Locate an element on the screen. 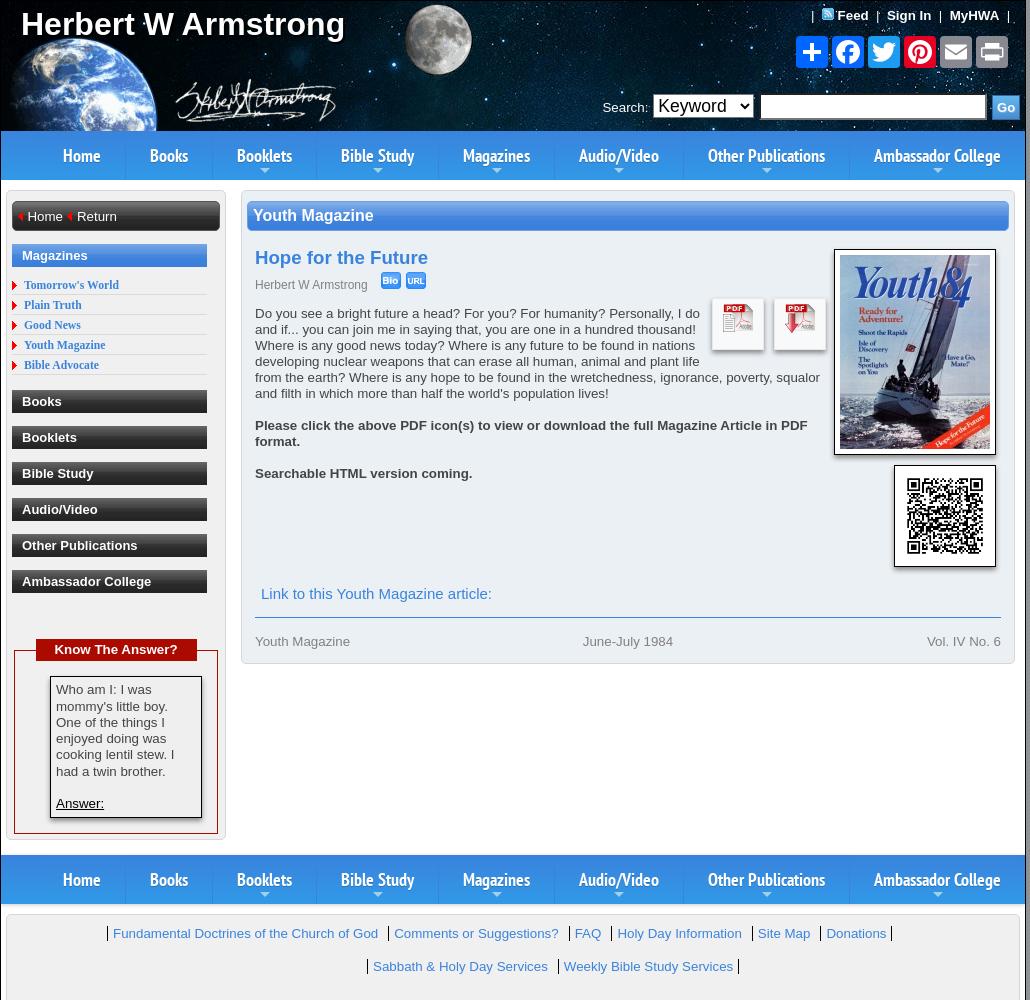  'Ordained:' is located at coordinates (480, 373).